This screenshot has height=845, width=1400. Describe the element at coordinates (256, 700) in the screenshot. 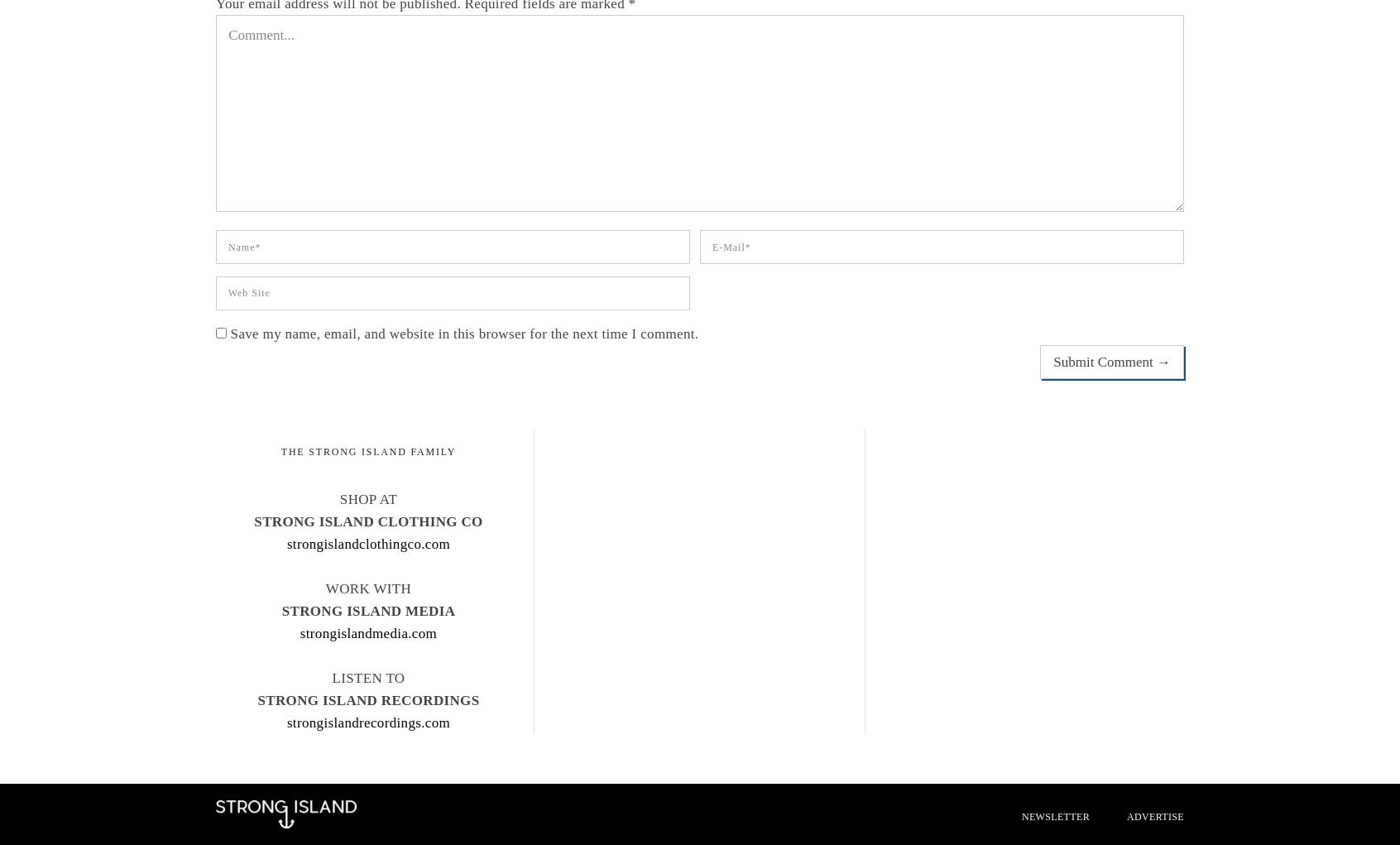

I see `'STRONG ISLAND RECORDINGS'` at that location.